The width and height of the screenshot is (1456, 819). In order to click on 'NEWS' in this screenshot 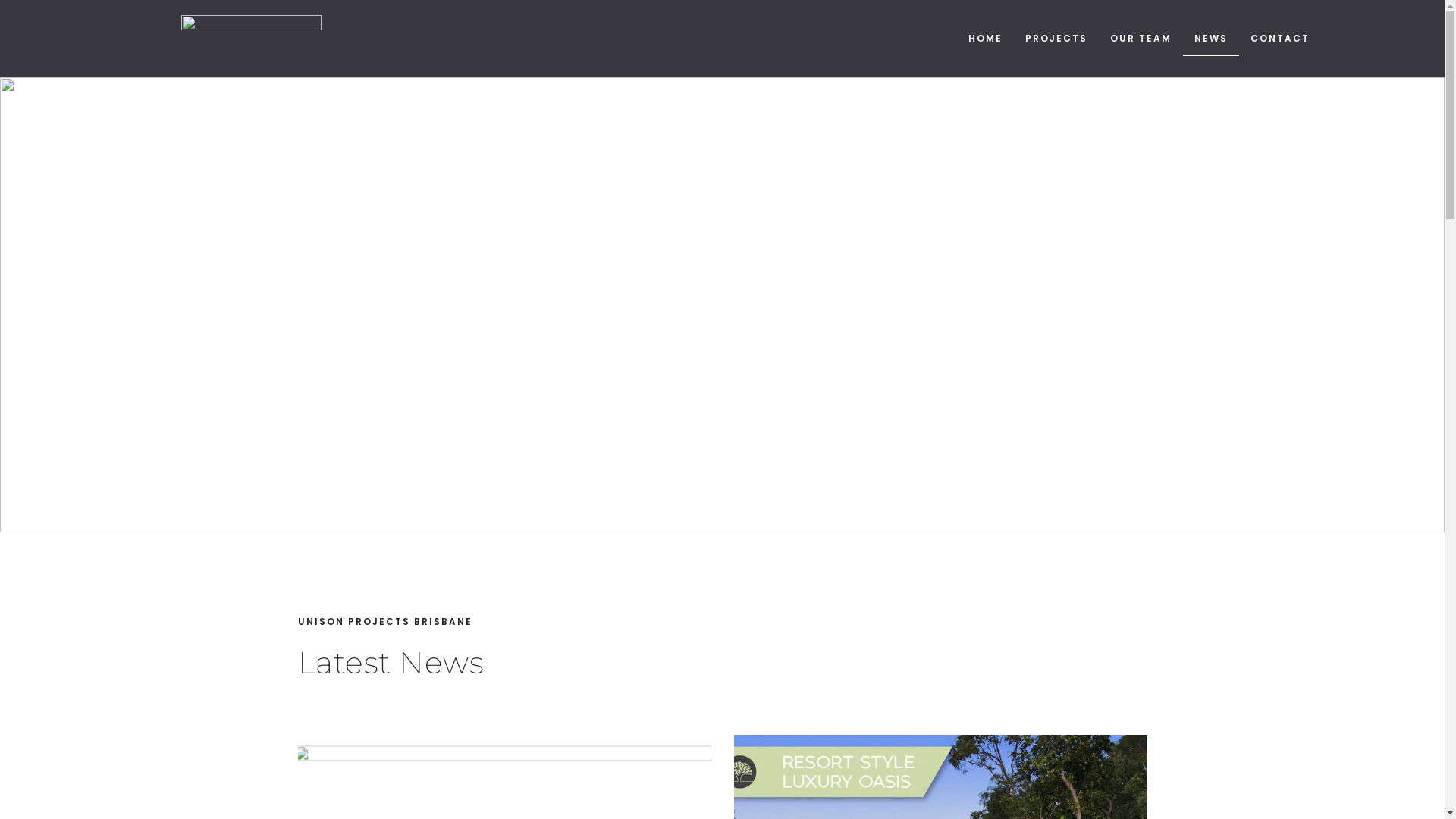, I will do `click(1182, 37)`.